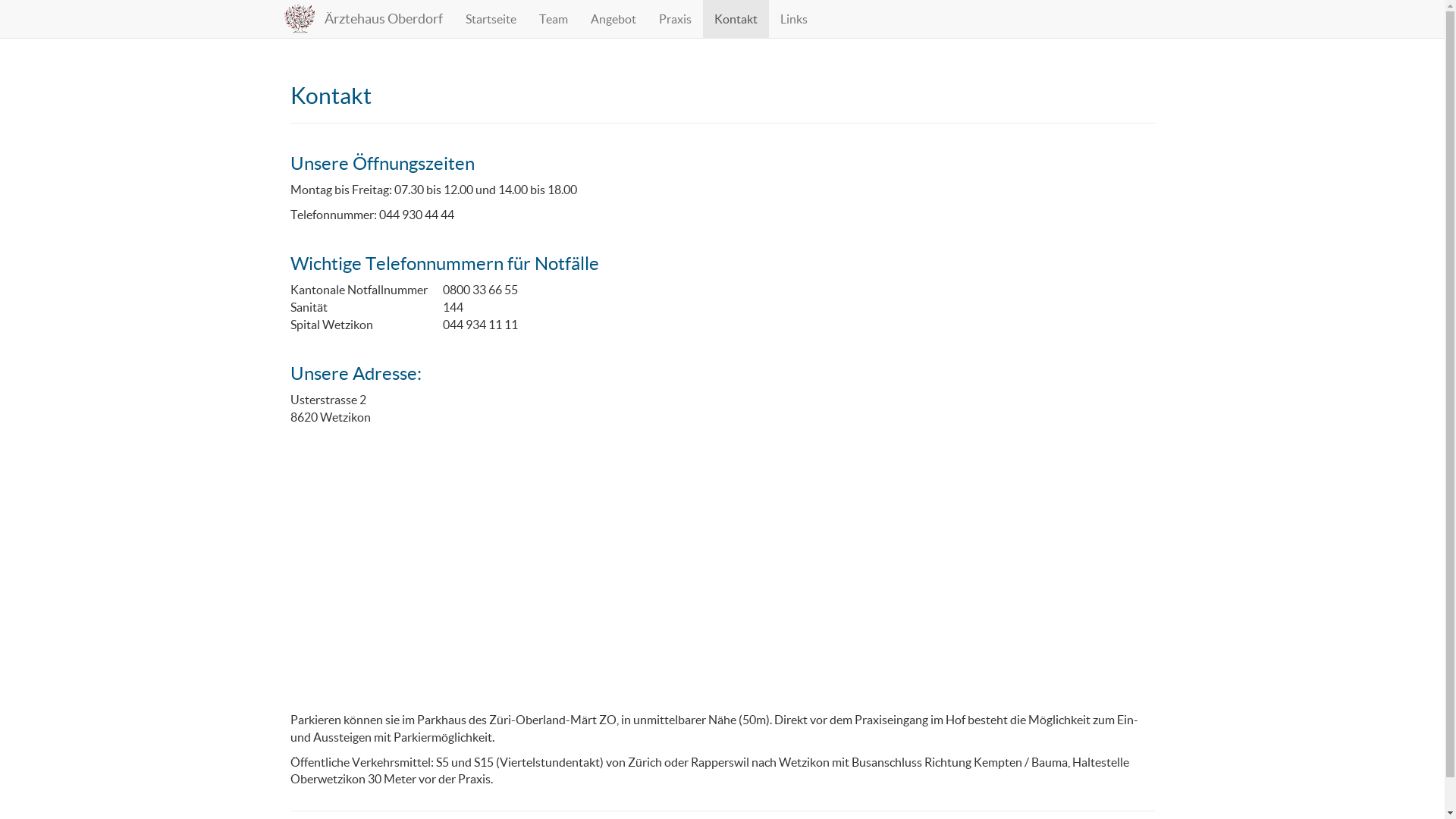  I want to click on 'Team', so click(528, 18).